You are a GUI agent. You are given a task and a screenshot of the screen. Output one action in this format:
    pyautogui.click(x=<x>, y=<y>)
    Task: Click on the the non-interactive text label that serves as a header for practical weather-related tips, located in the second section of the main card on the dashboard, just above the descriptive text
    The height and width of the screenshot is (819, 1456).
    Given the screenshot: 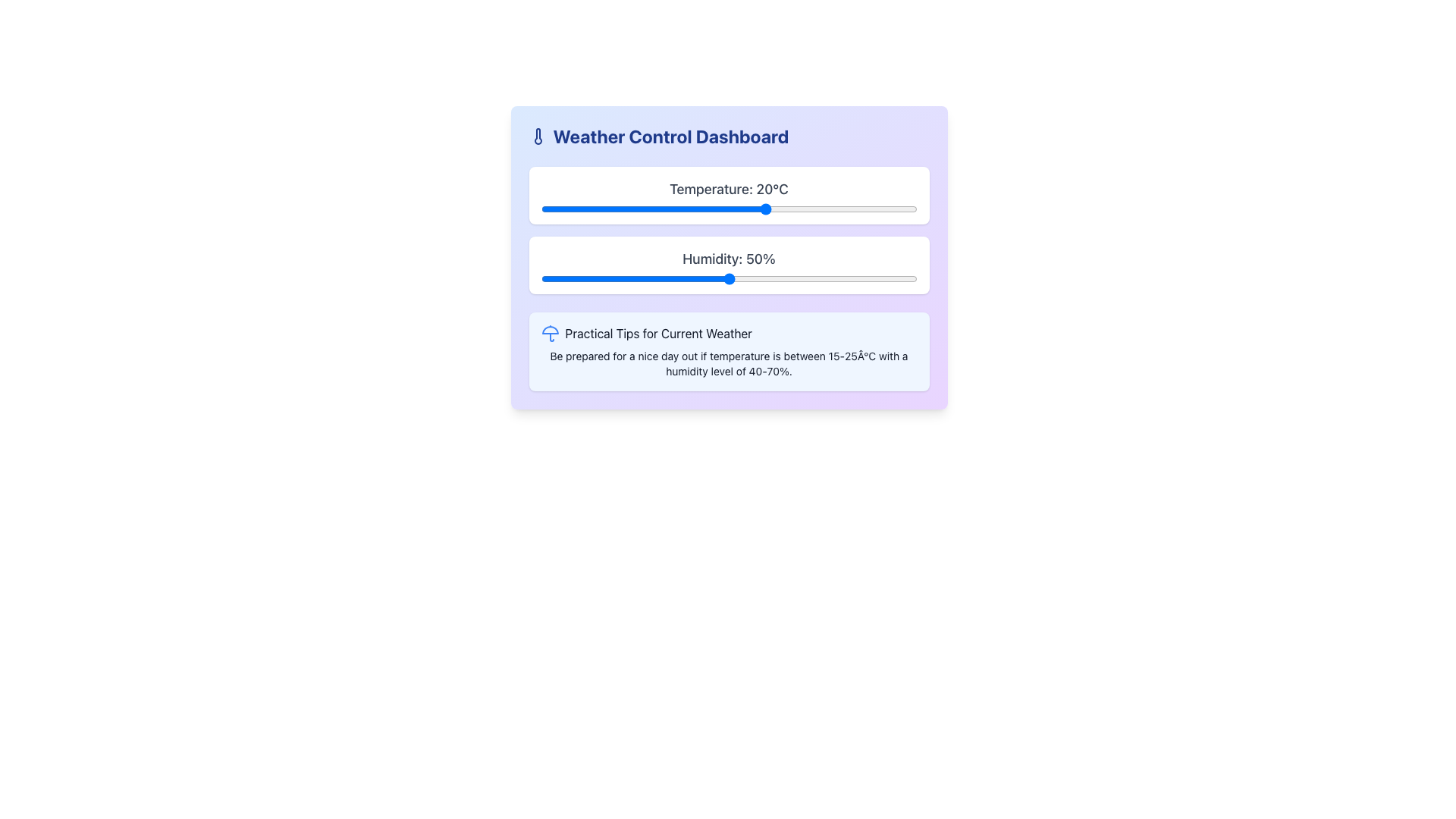 What is the action you would take?
    pyautogui.click(x=729, y=332)
    